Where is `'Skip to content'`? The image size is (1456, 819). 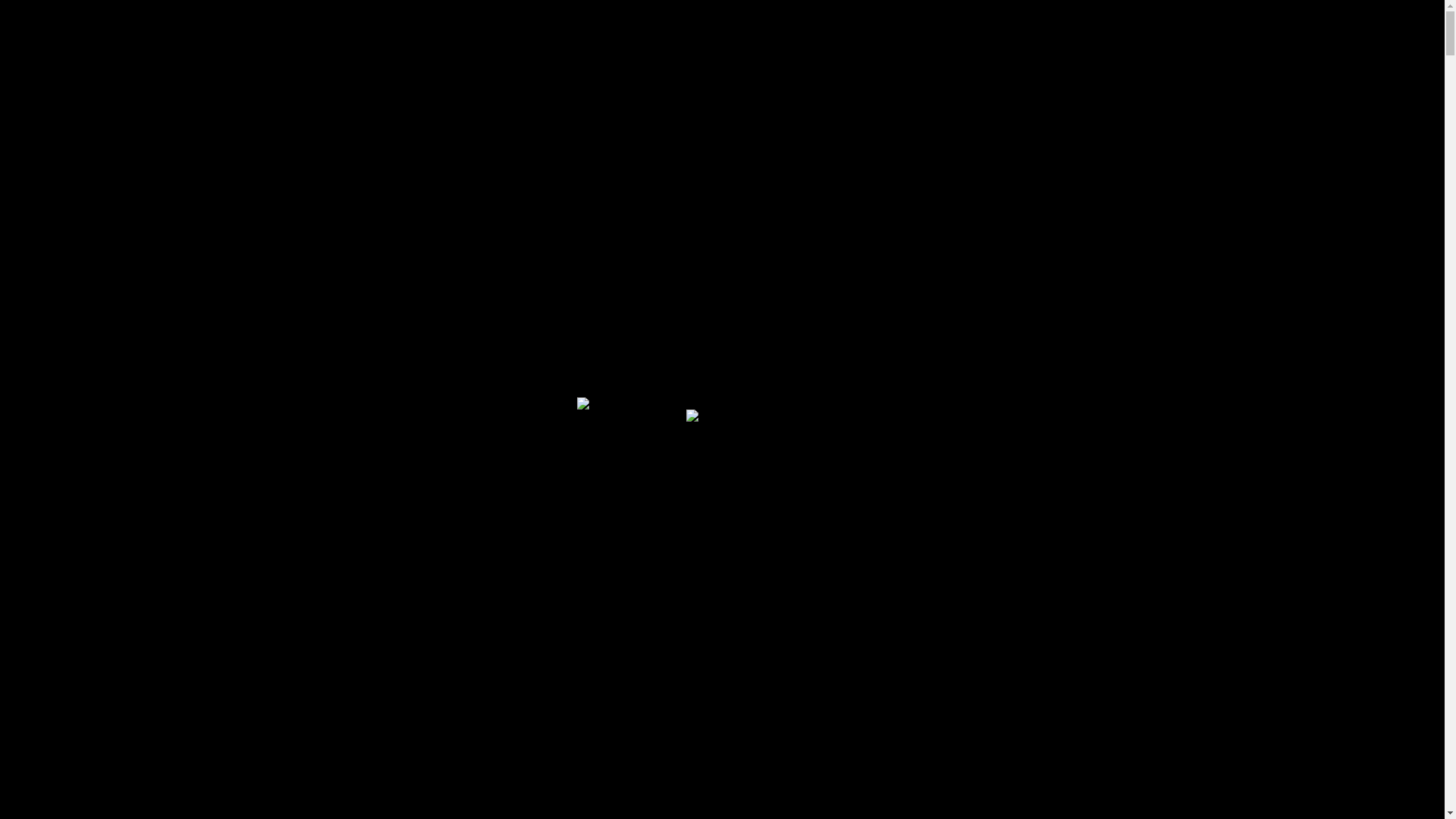 'Skip to content' is located at coordinates (6, 11).